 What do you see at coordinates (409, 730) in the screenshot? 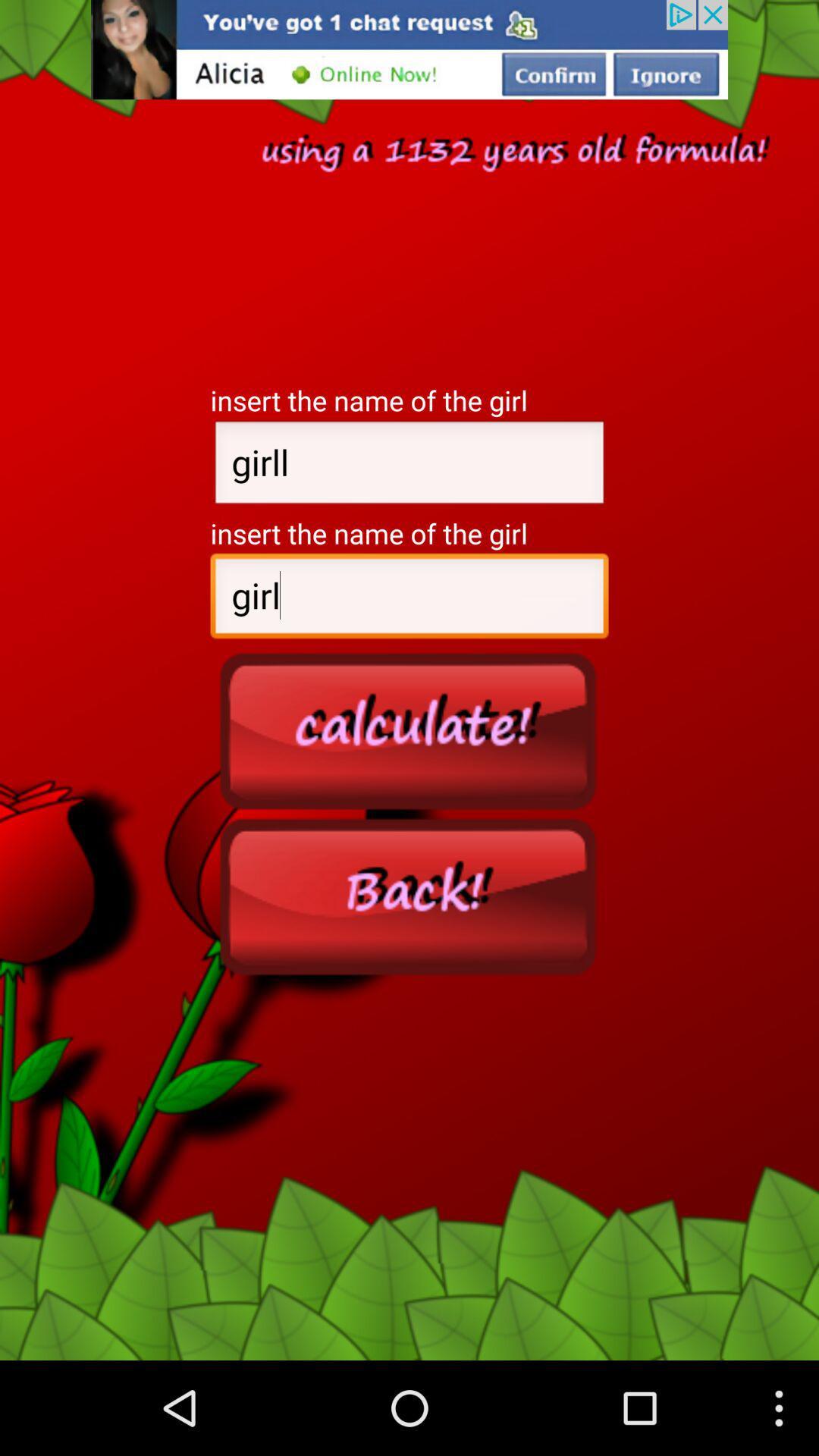
I see `calculate` at bounding box center [409, 730].